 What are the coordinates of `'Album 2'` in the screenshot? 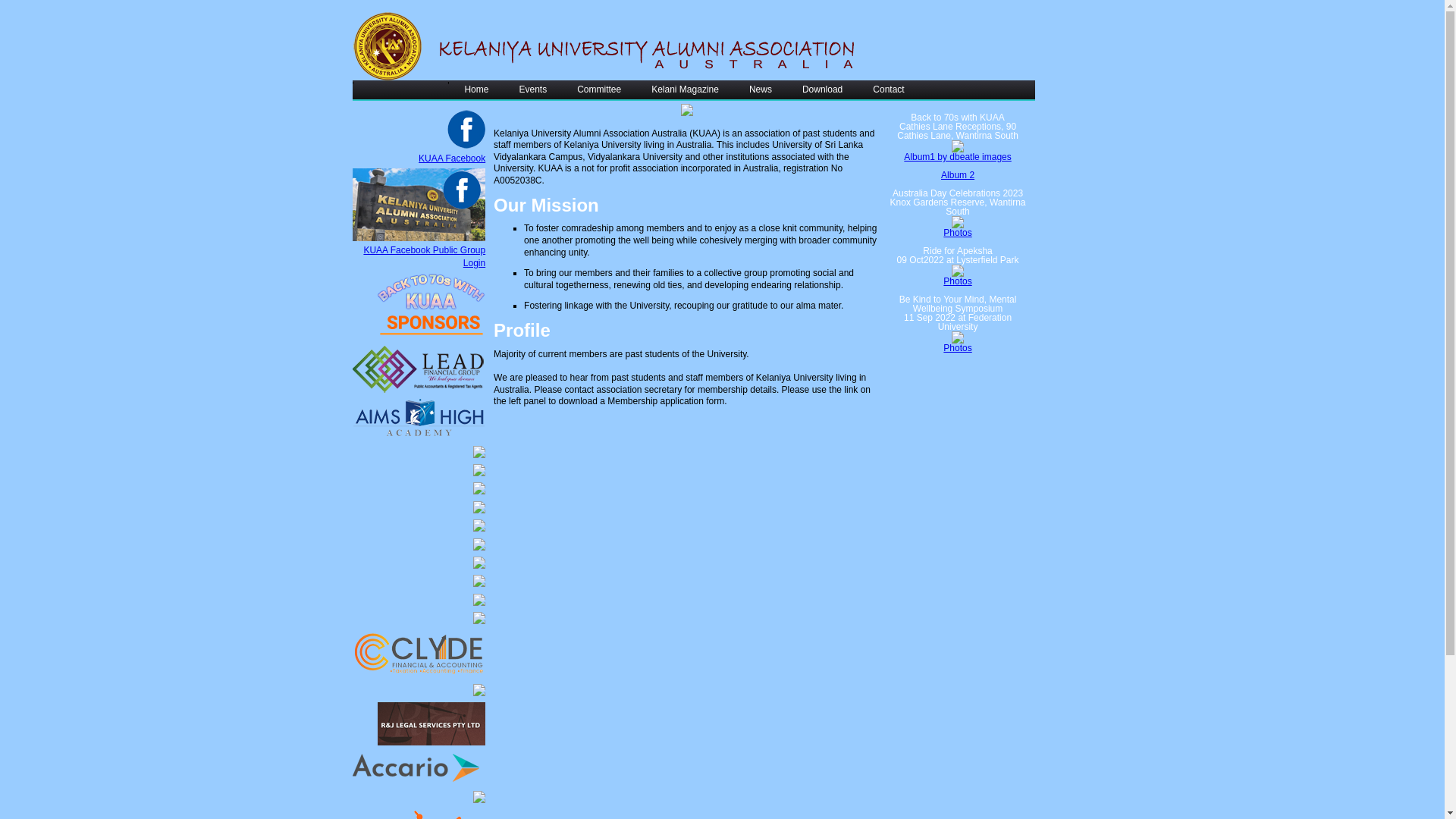 It's located at (940, 174).